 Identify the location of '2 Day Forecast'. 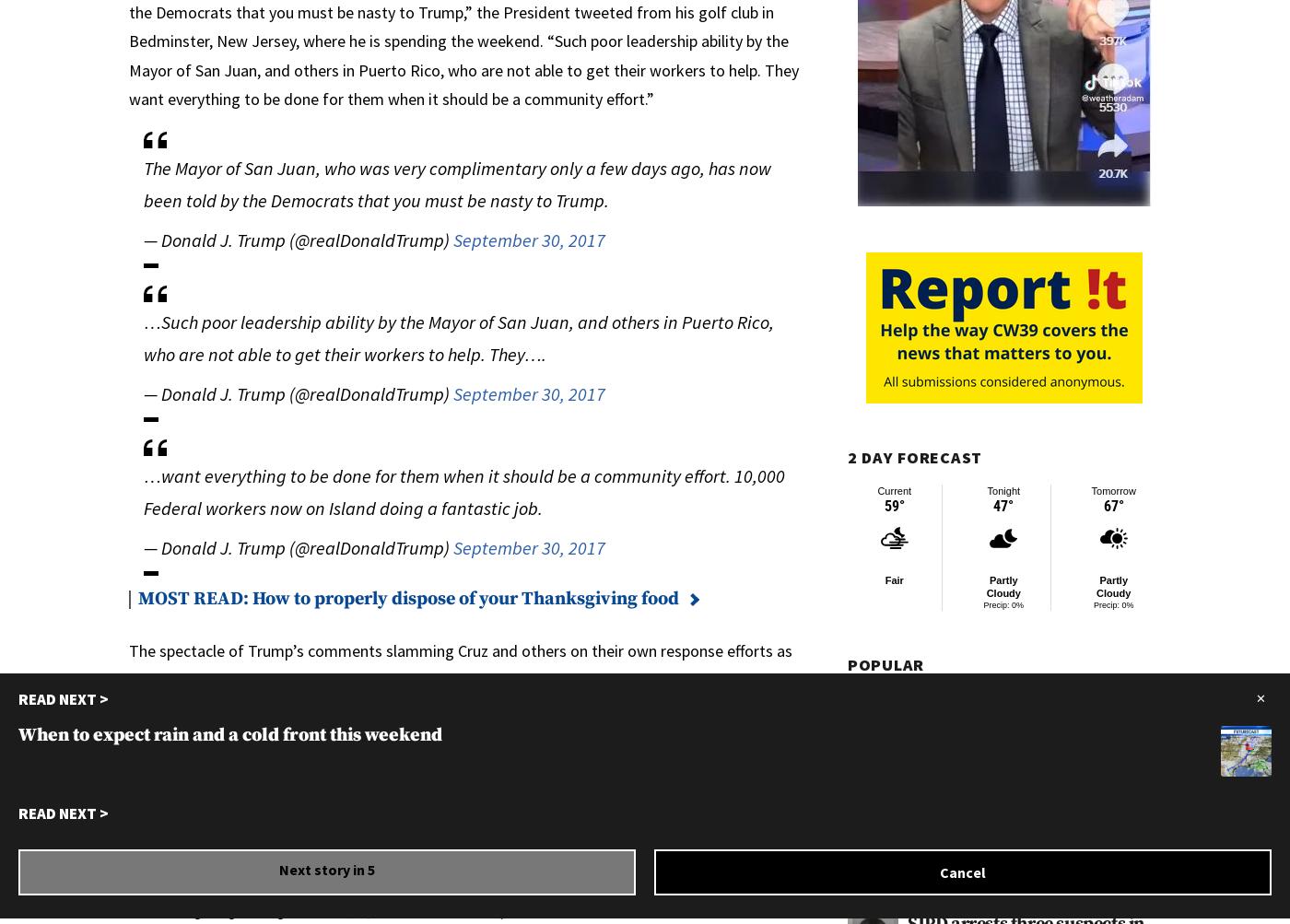
(915, 457).